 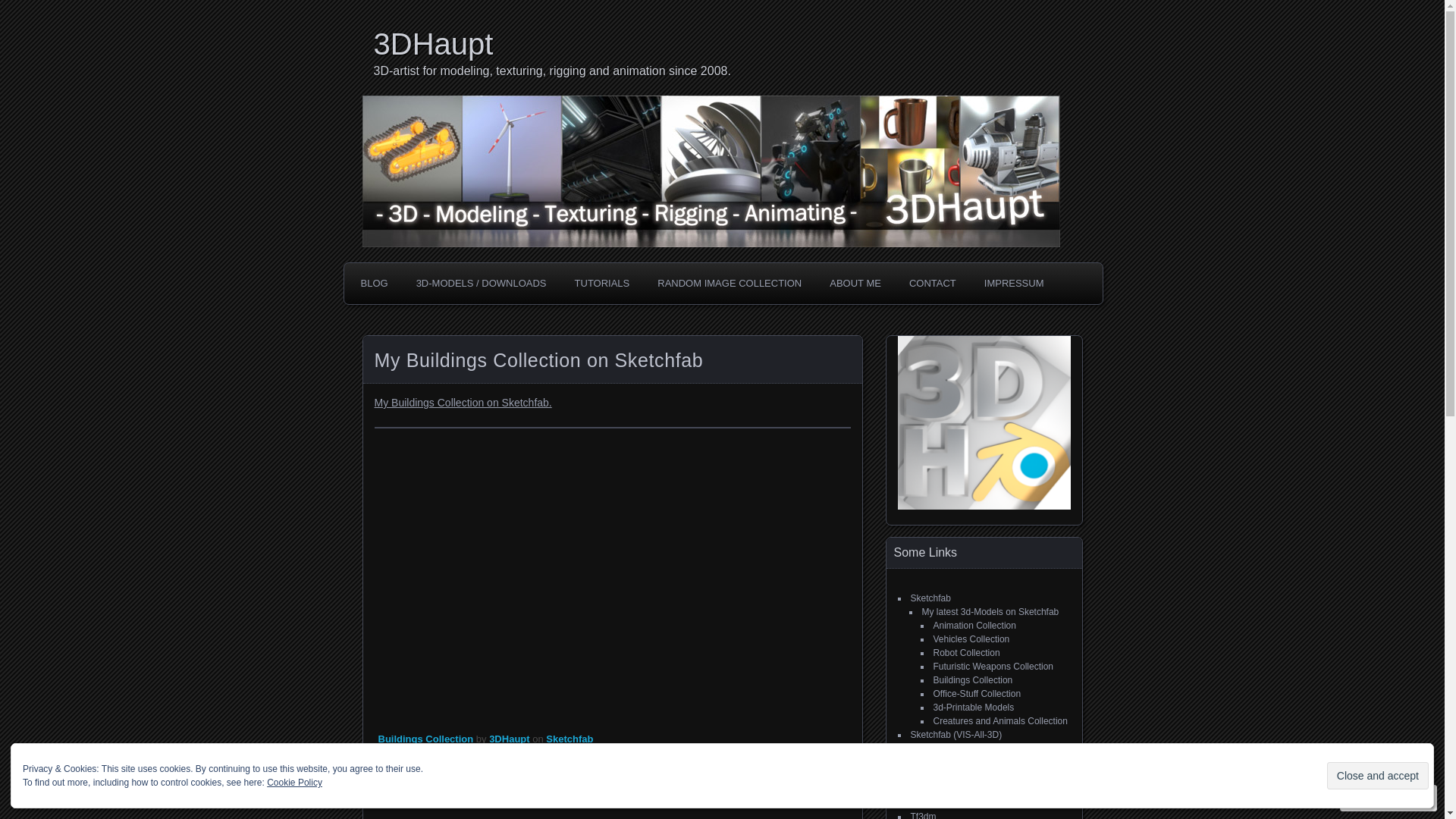 What do you see at coordinates (1378, 775) in the screenshot?
I see `'Close and accept'` at bounding box center [1378, 775].